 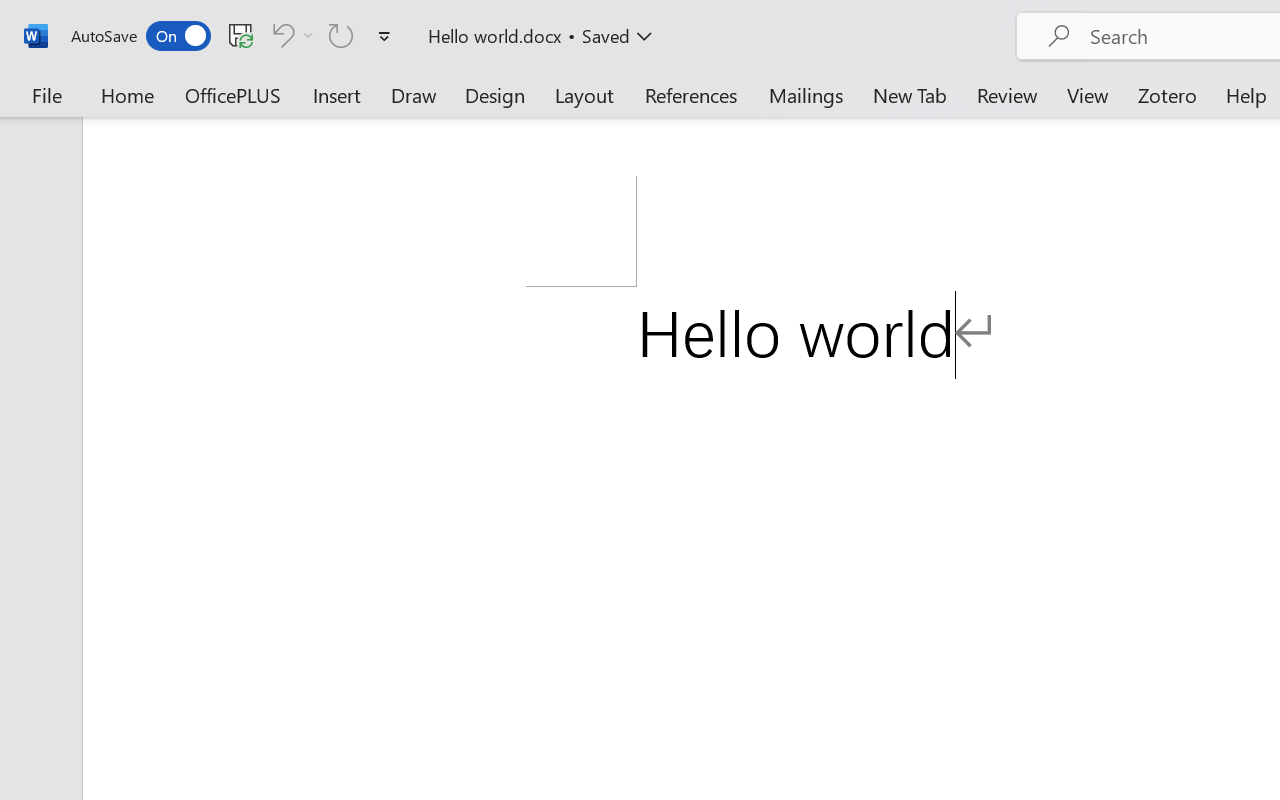 What do you see at coordinates (240, 34) in the screenshot?
I see `'Save'` at bounding box center [240, 34].